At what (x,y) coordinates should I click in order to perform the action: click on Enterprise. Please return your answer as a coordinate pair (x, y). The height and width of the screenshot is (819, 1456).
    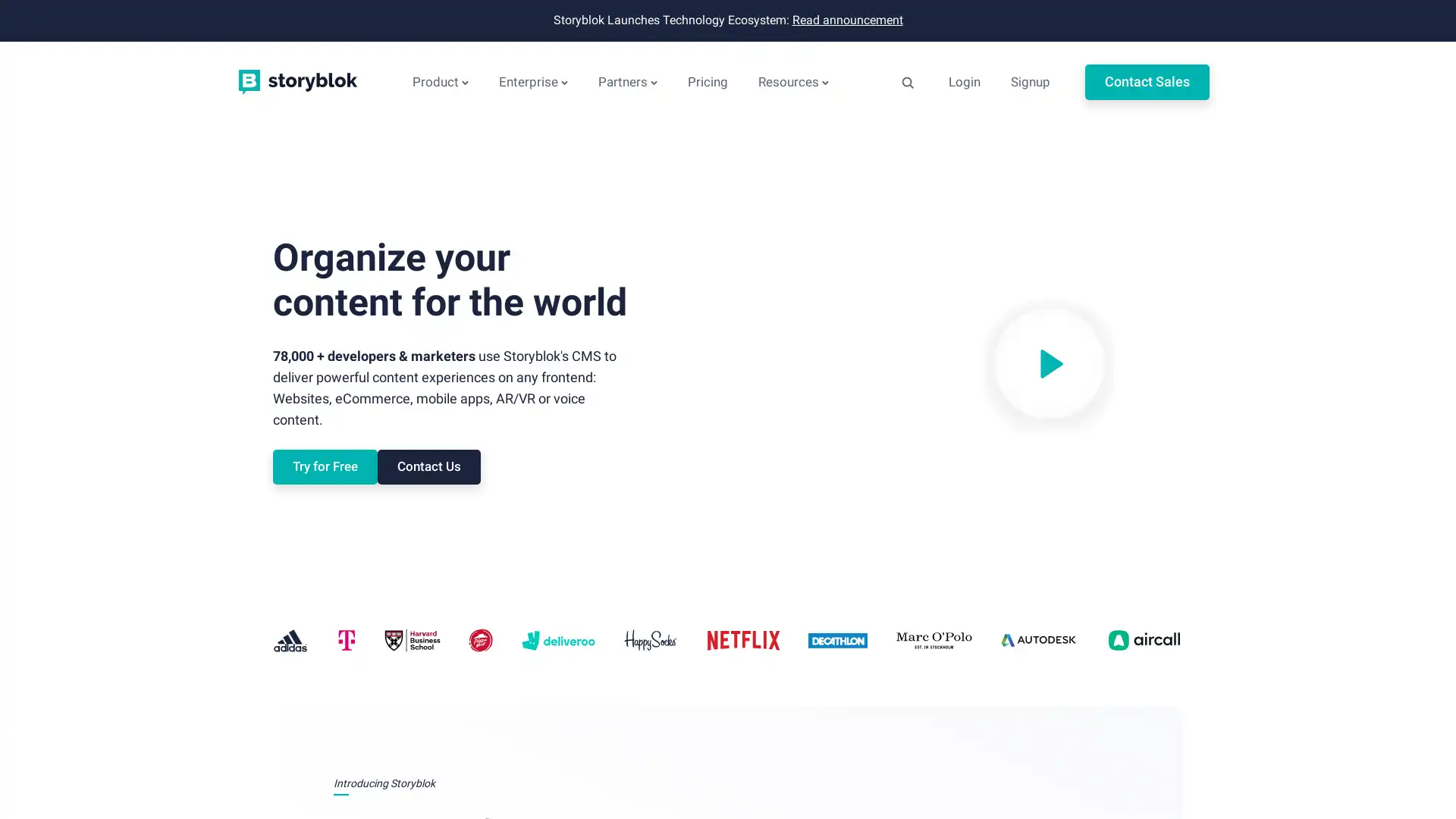
    Looking at the image, I should click on (533, 82).